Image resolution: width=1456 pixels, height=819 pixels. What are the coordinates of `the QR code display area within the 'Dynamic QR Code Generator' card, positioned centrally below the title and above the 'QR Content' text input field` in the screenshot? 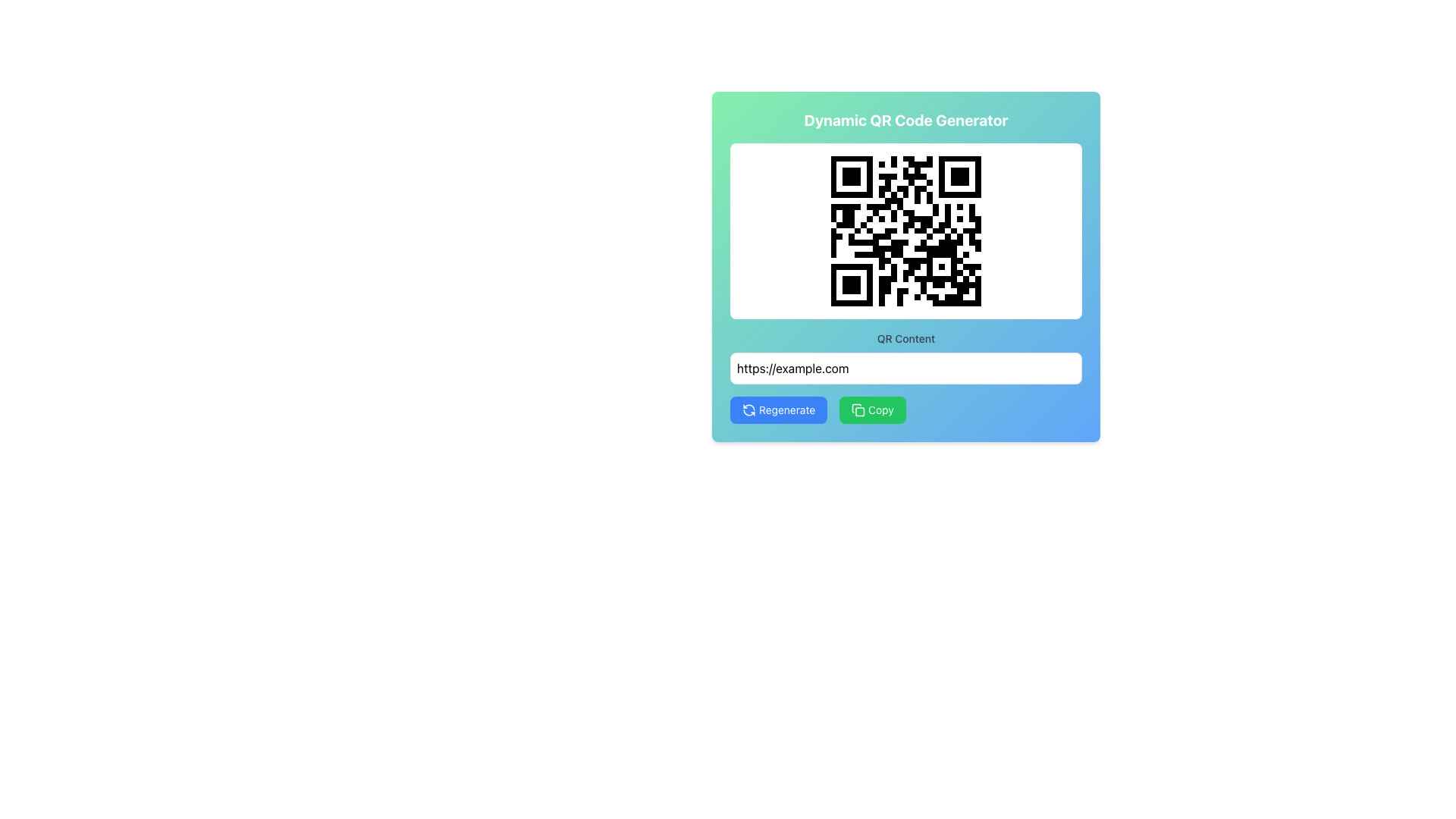 It's located at (906, 231).